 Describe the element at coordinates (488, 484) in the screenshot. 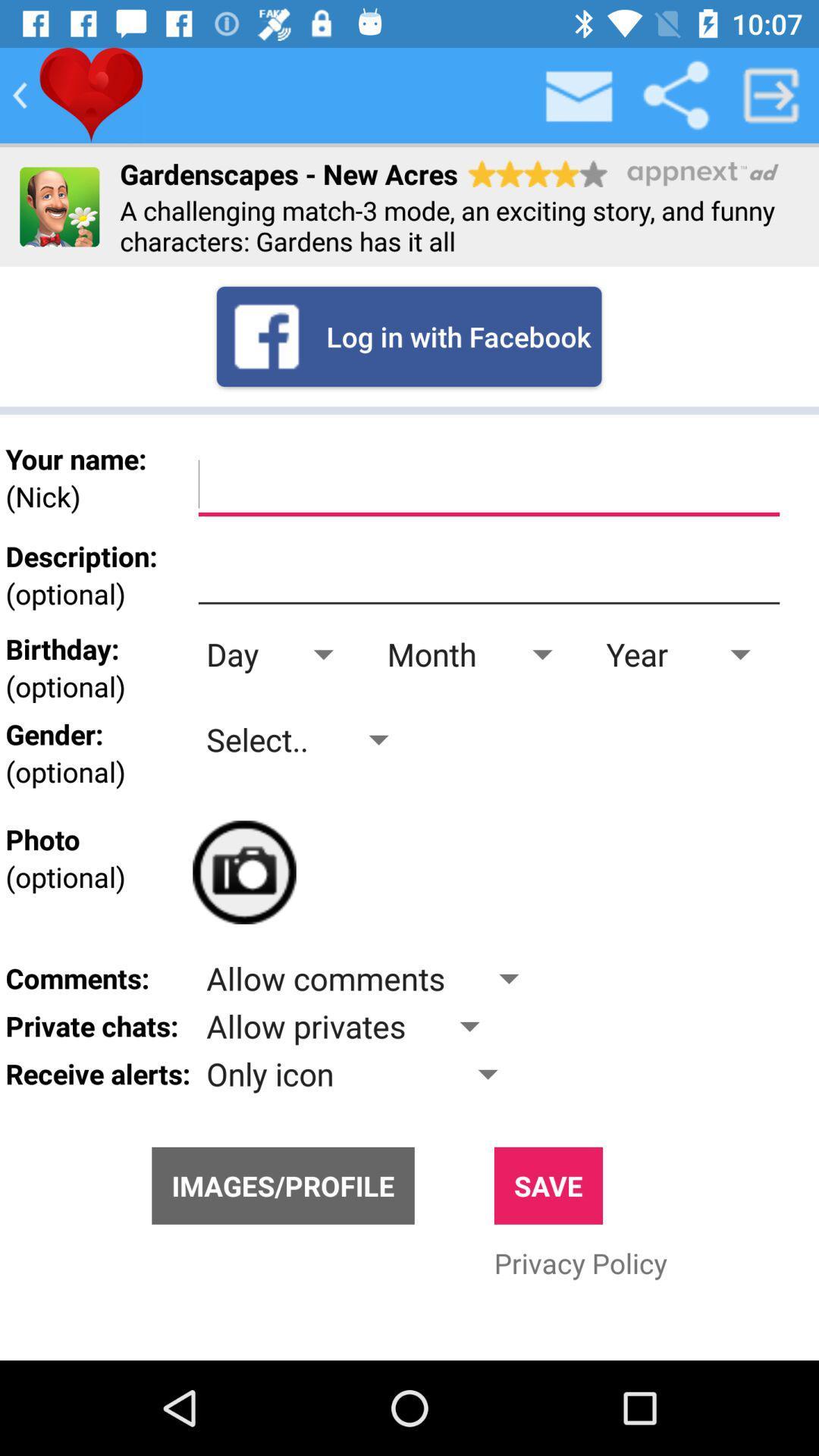

I see `name` at that location.